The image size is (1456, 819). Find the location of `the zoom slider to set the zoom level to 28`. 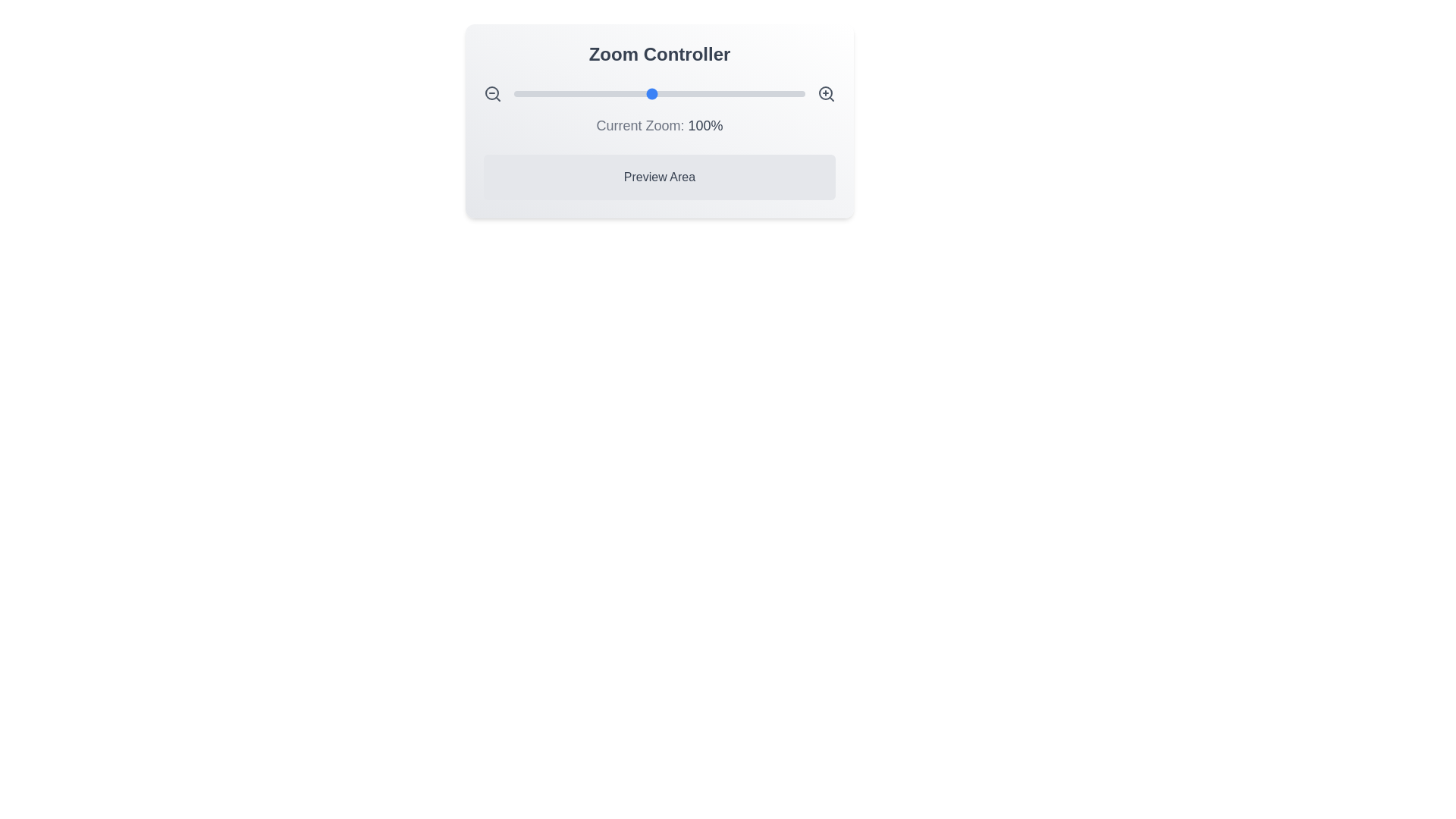

the zoom slider to set the zoom level to 28 is located at coordinates (541, 93).